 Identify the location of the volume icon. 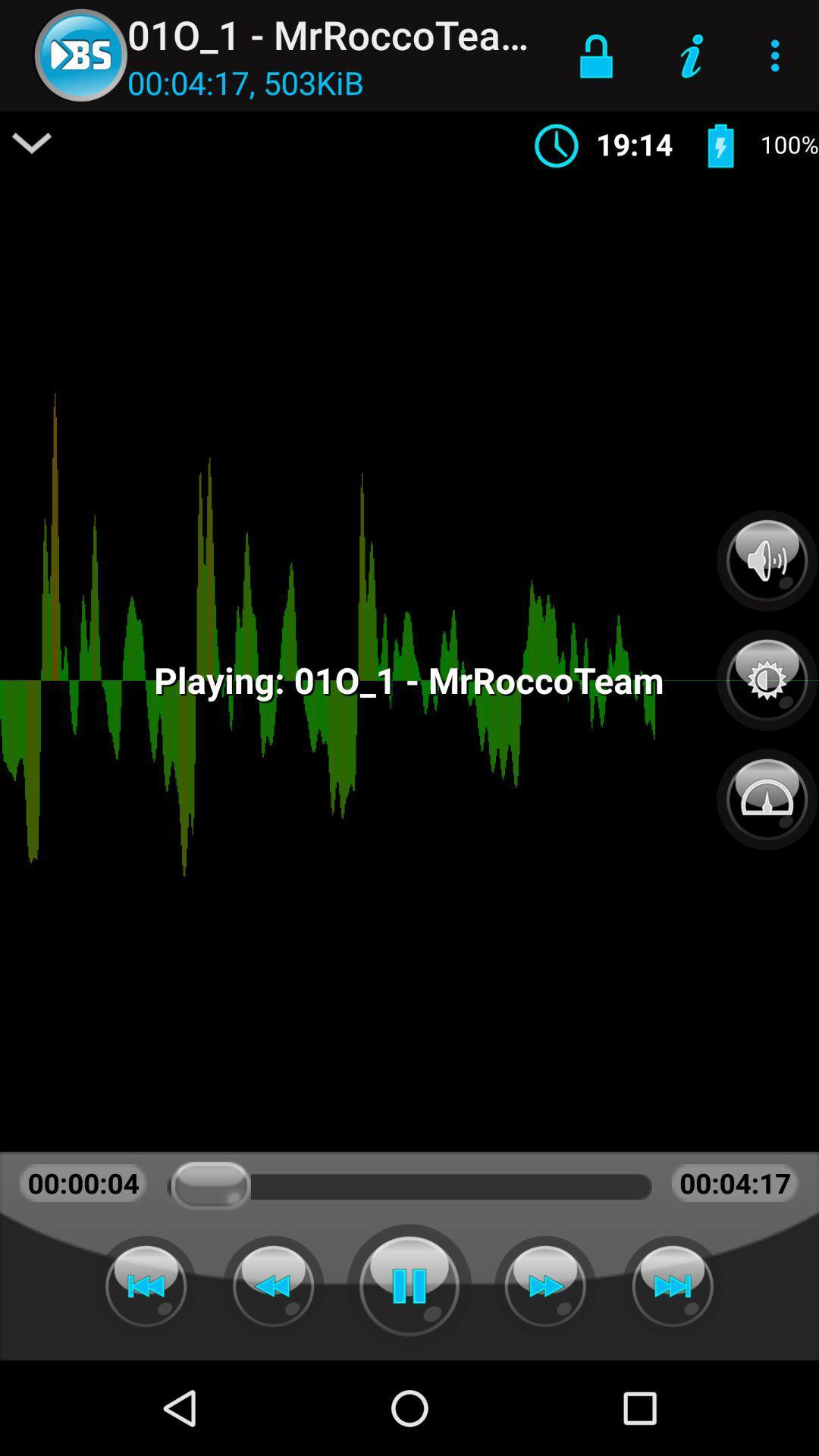
(767, 560).